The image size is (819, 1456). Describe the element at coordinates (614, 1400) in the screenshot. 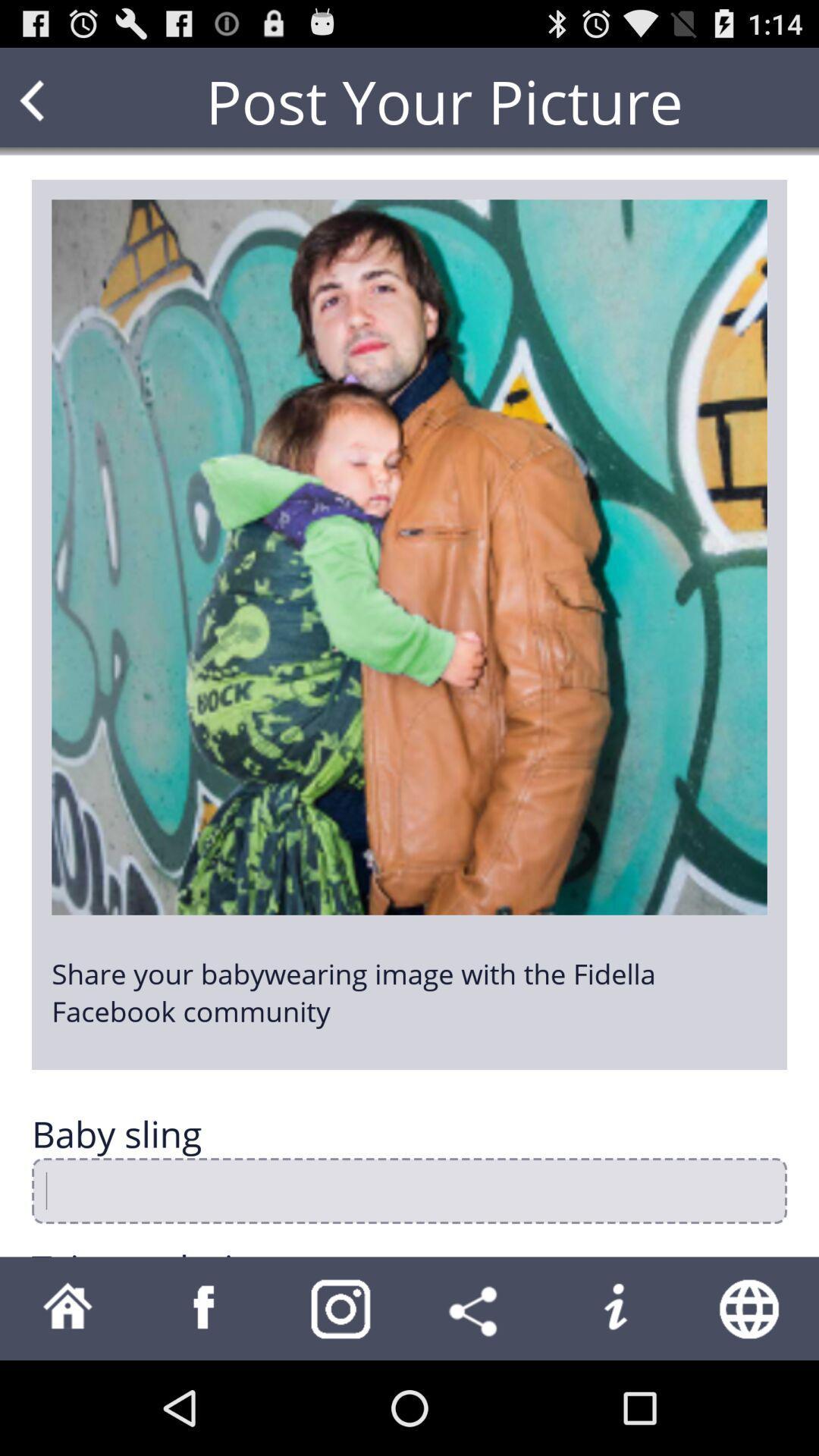

I see `the info icon` at that location.